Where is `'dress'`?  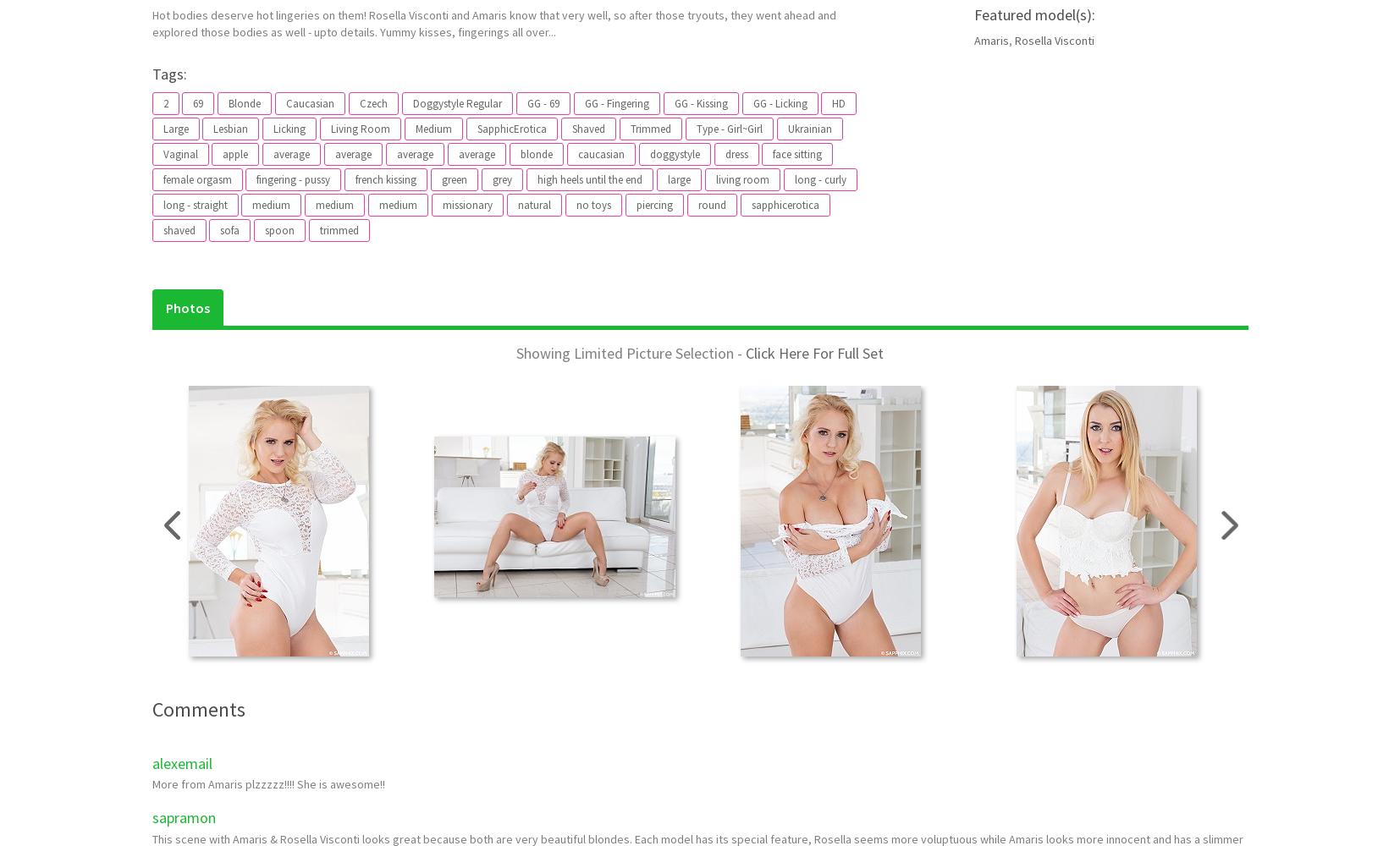
'dress' is located at coordinates (735, 154).